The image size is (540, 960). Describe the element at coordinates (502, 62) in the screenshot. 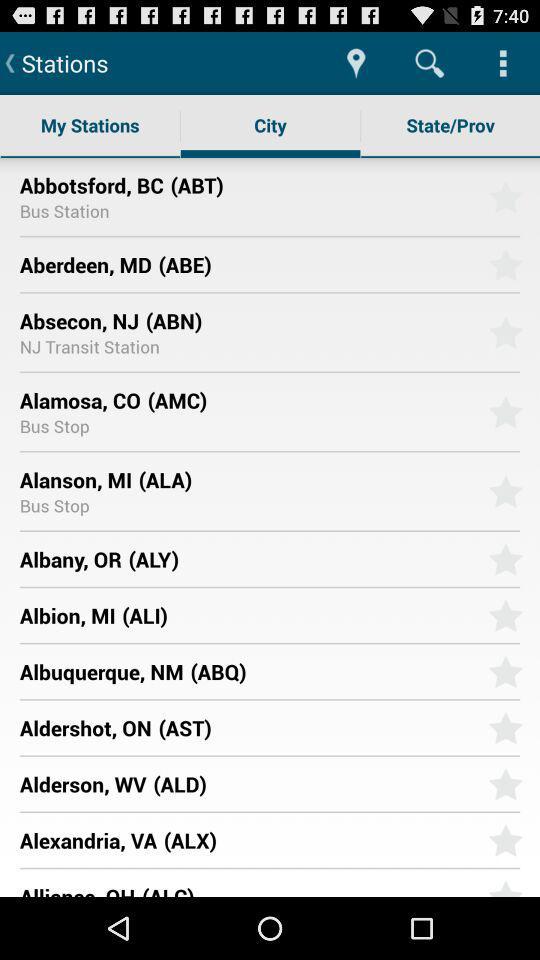

I see `app above state/prov app` at that location.